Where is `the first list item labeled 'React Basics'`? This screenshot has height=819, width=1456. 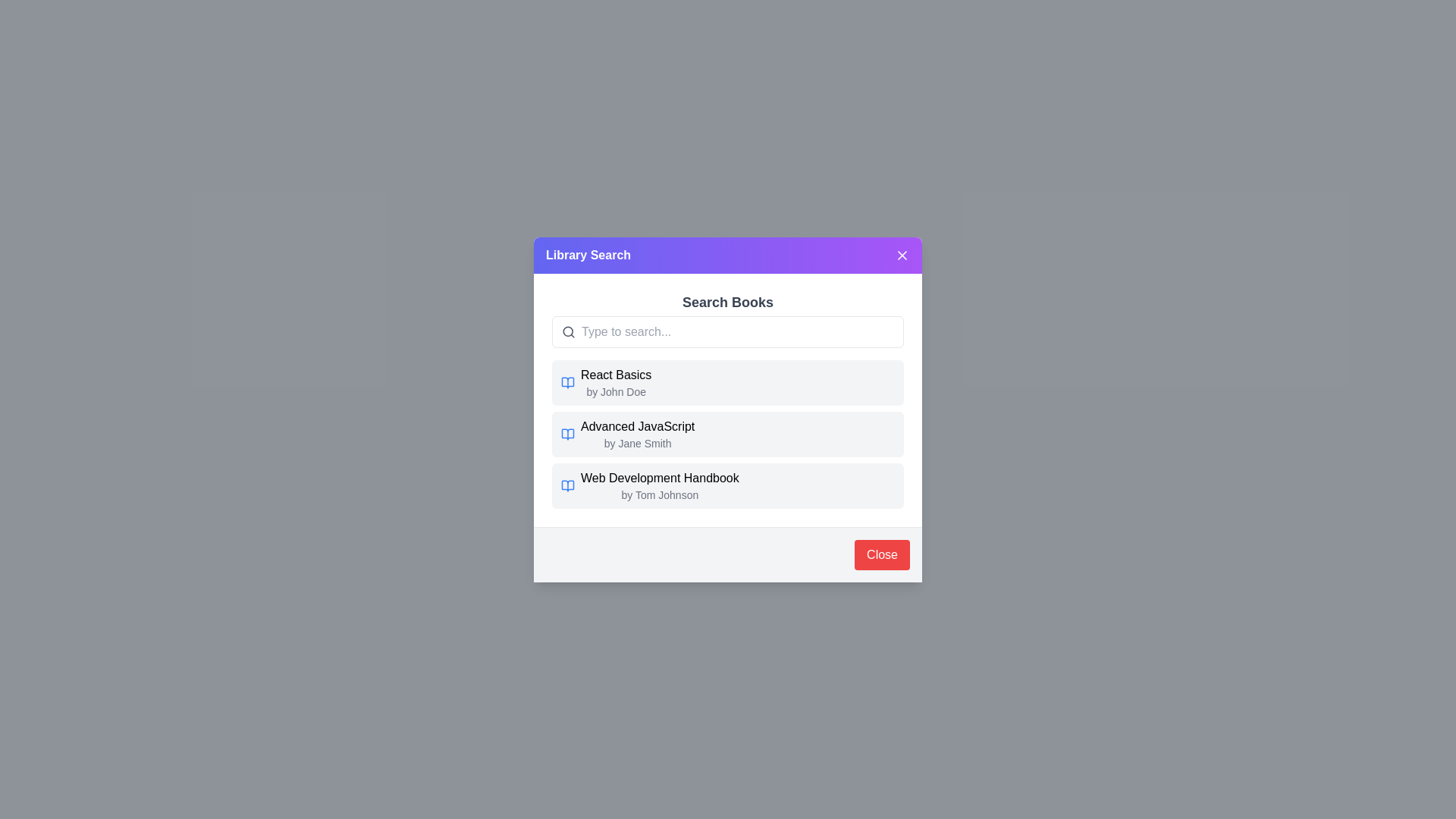 the first list item labeled 'React Basics' is located at coordinates (728, 381).